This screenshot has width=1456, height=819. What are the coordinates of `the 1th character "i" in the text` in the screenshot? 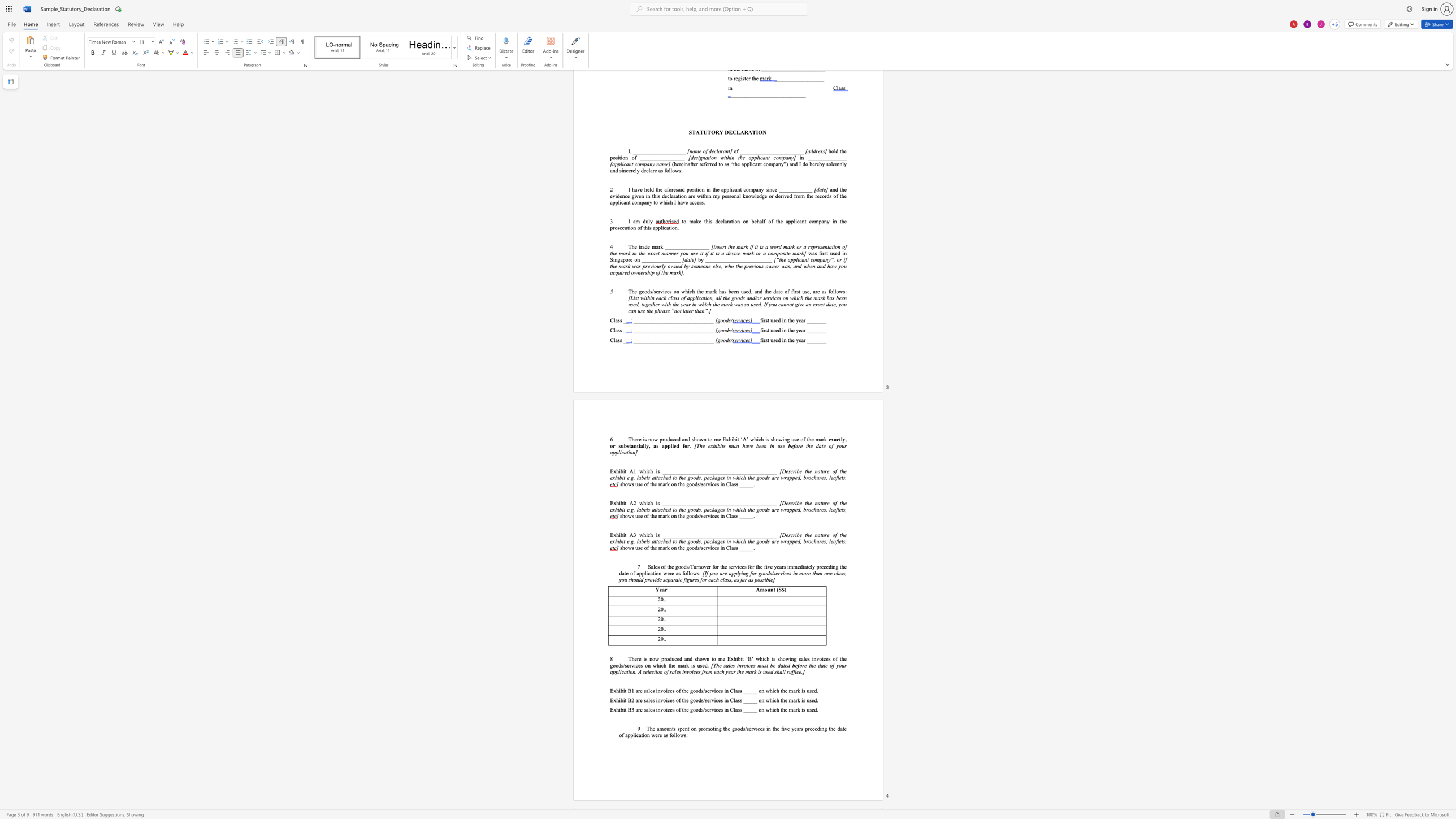 It's located at (639, 445).